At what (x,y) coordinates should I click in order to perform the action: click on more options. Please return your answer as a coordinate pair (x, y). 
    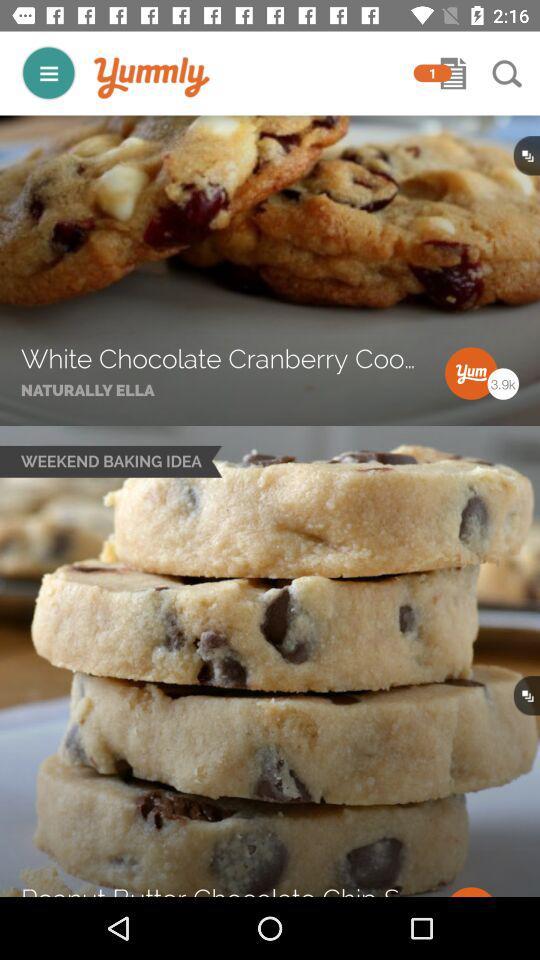
    Looking at the image, I should click on (48, 73).